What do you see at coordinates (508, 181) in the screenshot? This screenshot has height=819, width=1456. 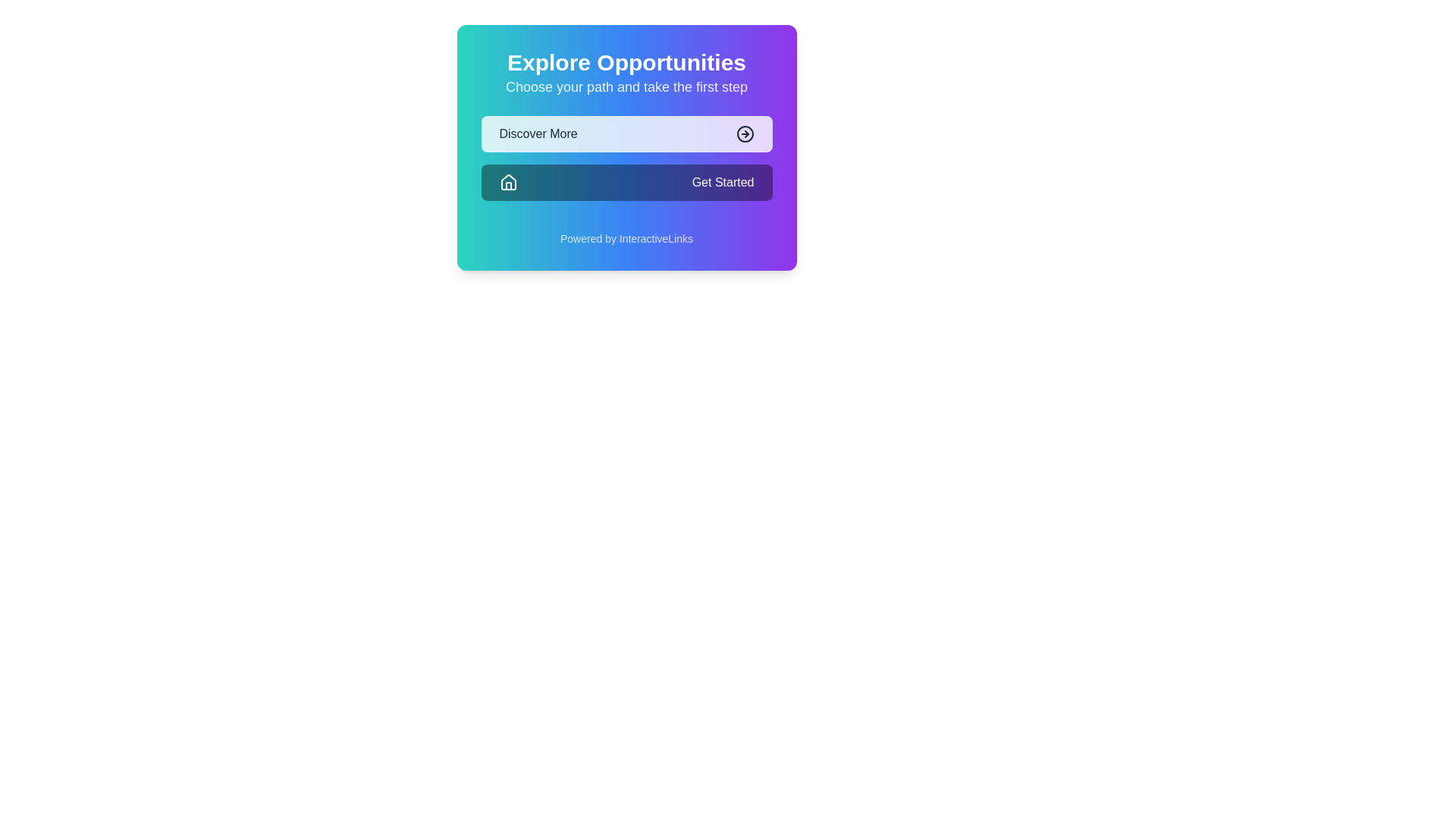 I see `the home icon located on the left side of the 'Get Started' button at the bottom of the card layout` at bounding box center [508, 181].